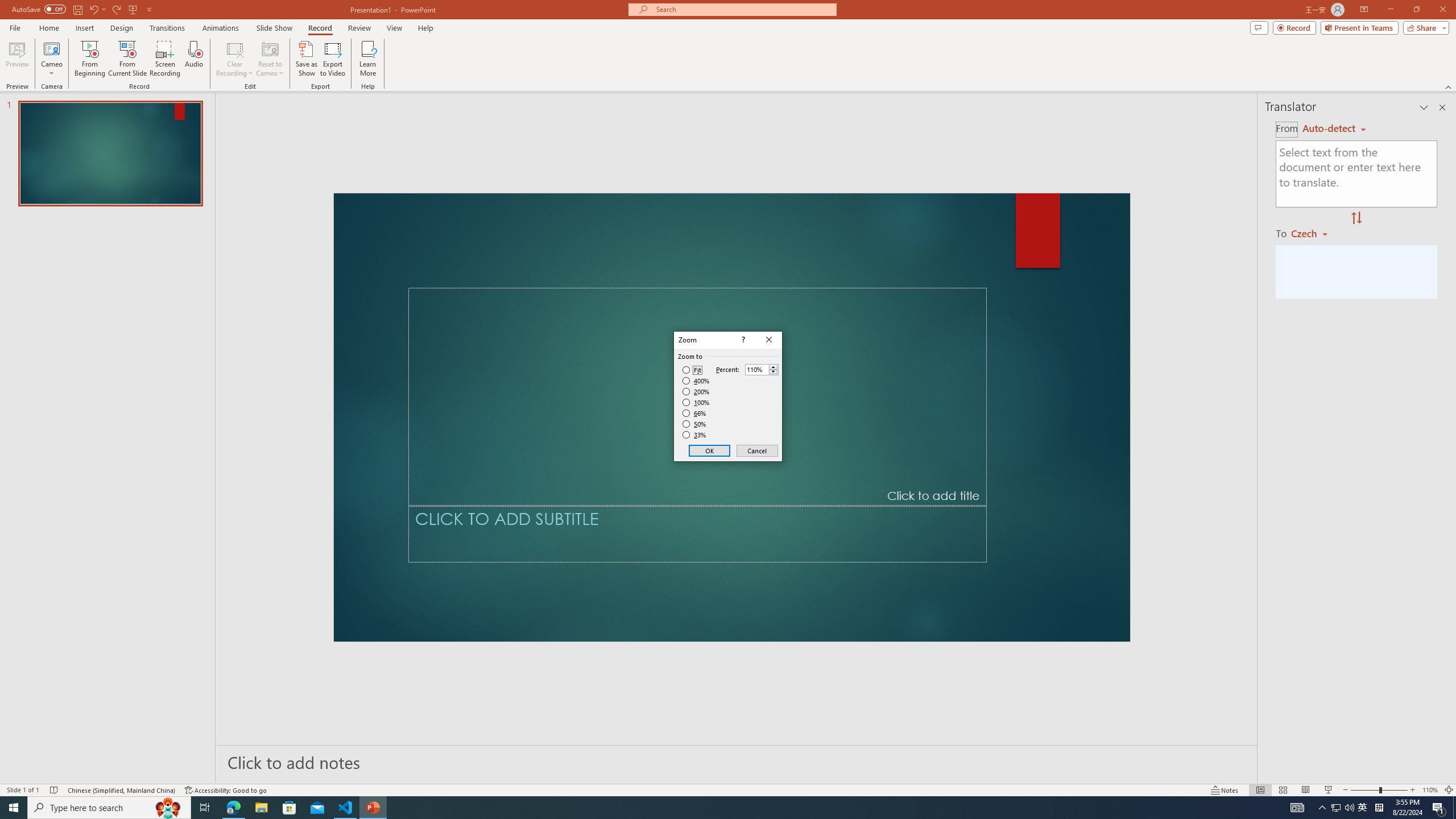 The image size is (1456, 819). Describe the element at coordinates (127, 59) in the screenshot. I see `'From Current Slide...'` at that location.